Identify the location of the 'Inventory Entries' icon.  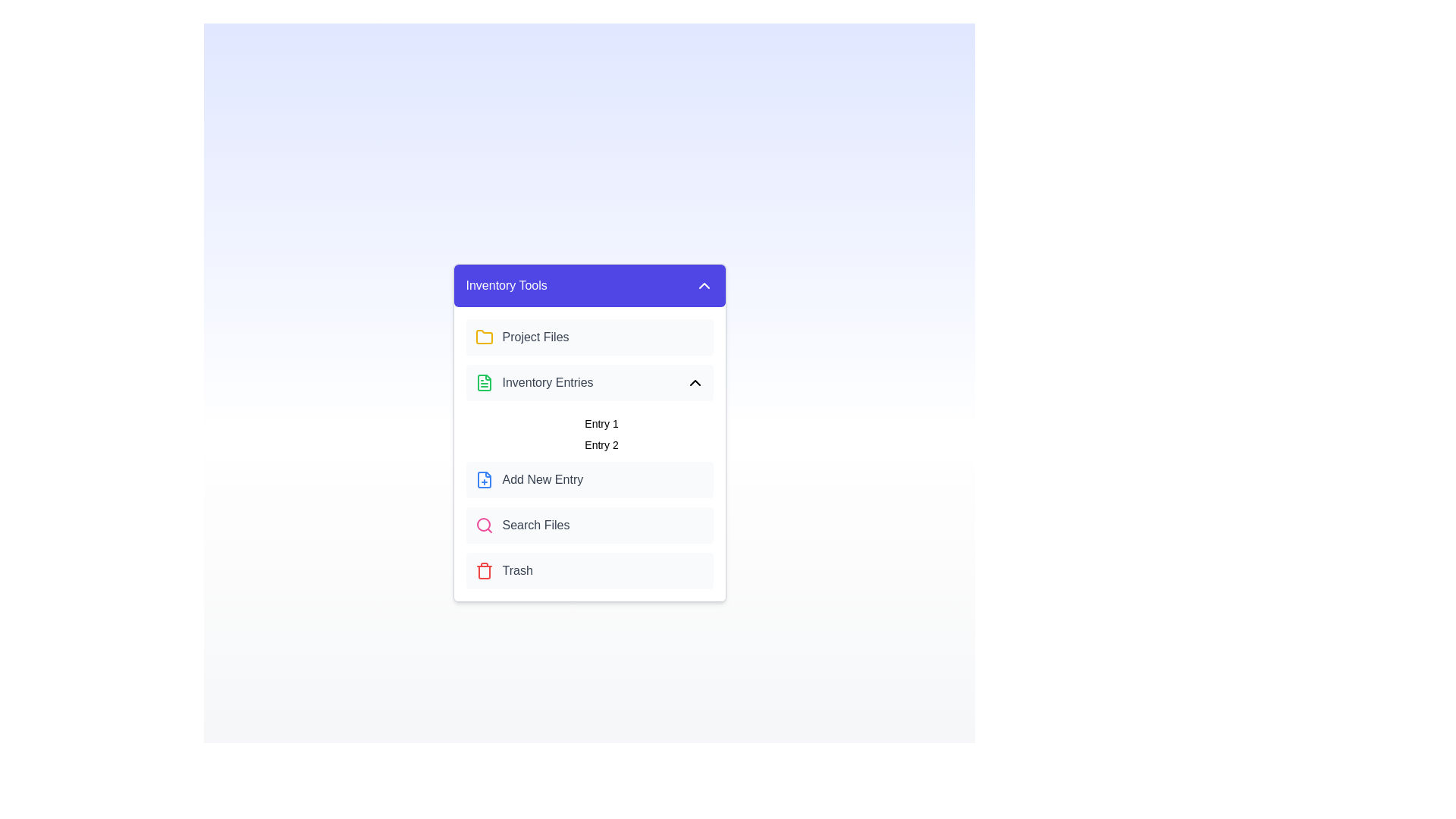
(483, 382).